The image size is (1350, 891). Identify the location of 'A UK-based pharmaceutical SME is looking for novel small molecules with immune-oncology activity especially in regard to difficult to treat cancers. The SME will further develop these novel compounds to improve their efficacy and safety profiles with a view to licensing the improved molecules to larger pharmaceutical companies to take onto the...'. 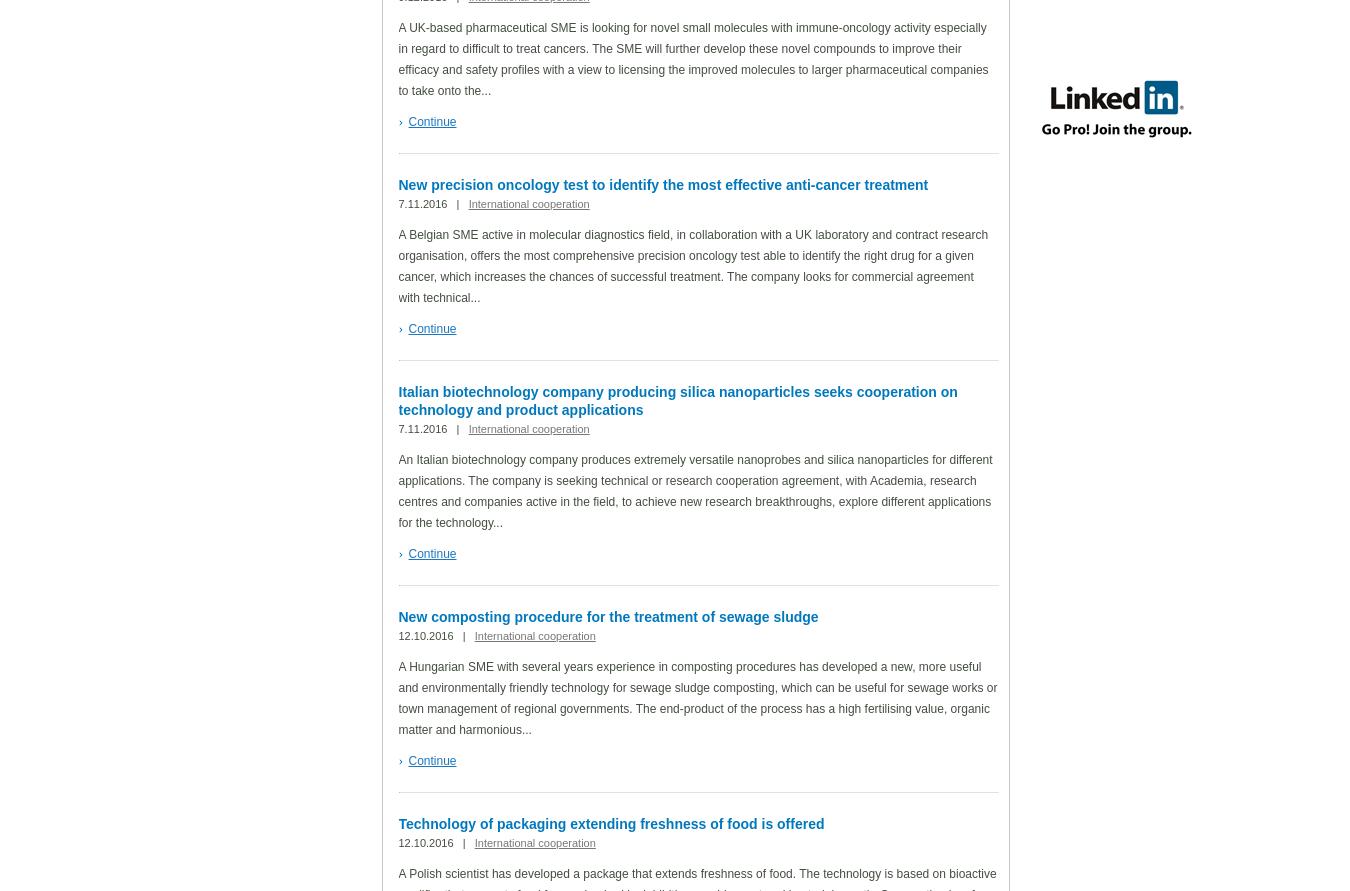
(691, 59).